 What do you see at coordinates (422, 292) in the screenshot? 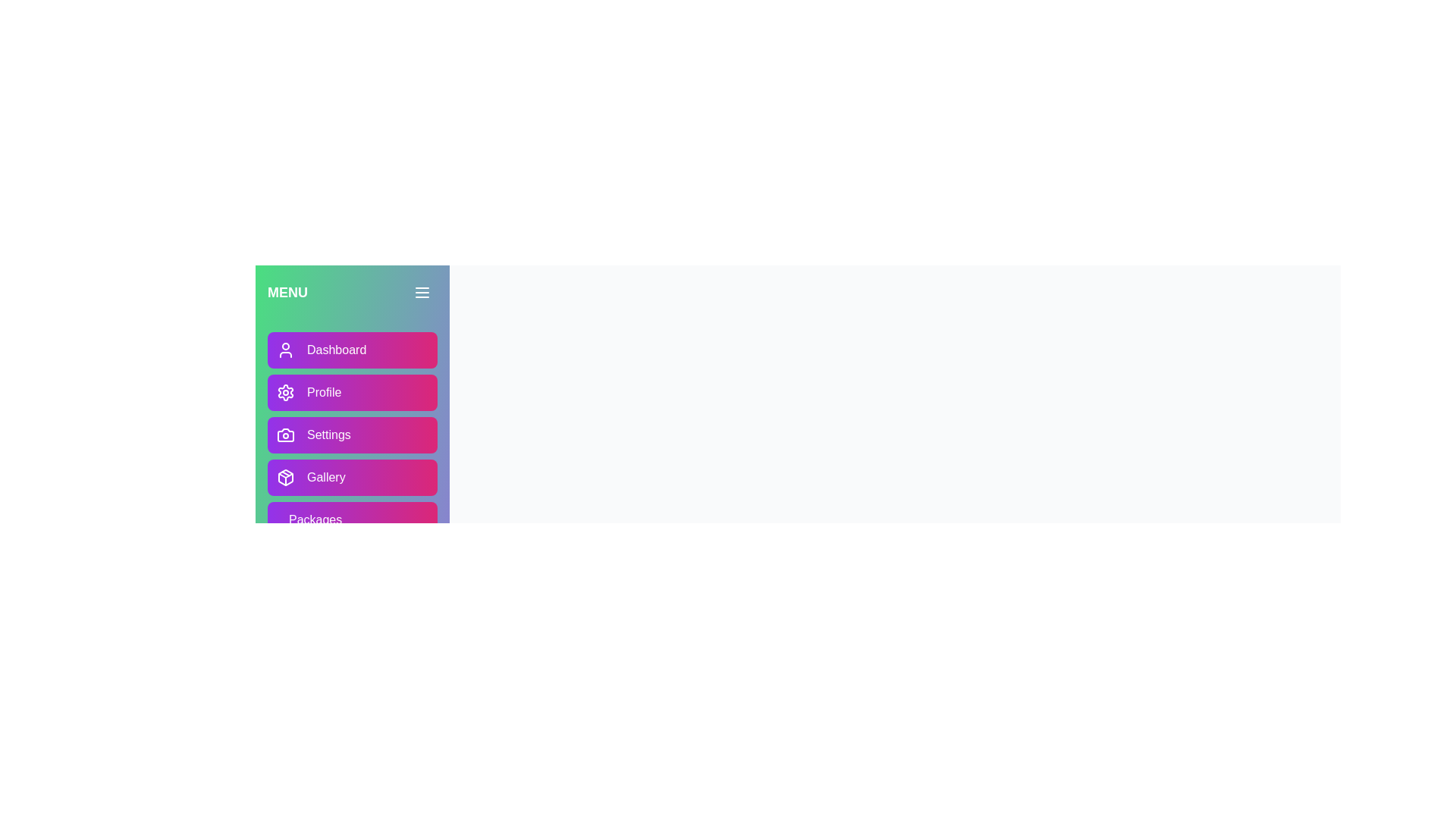
I see `the menu icon to toggle the drawer menu` at bounding box center [422, 292].